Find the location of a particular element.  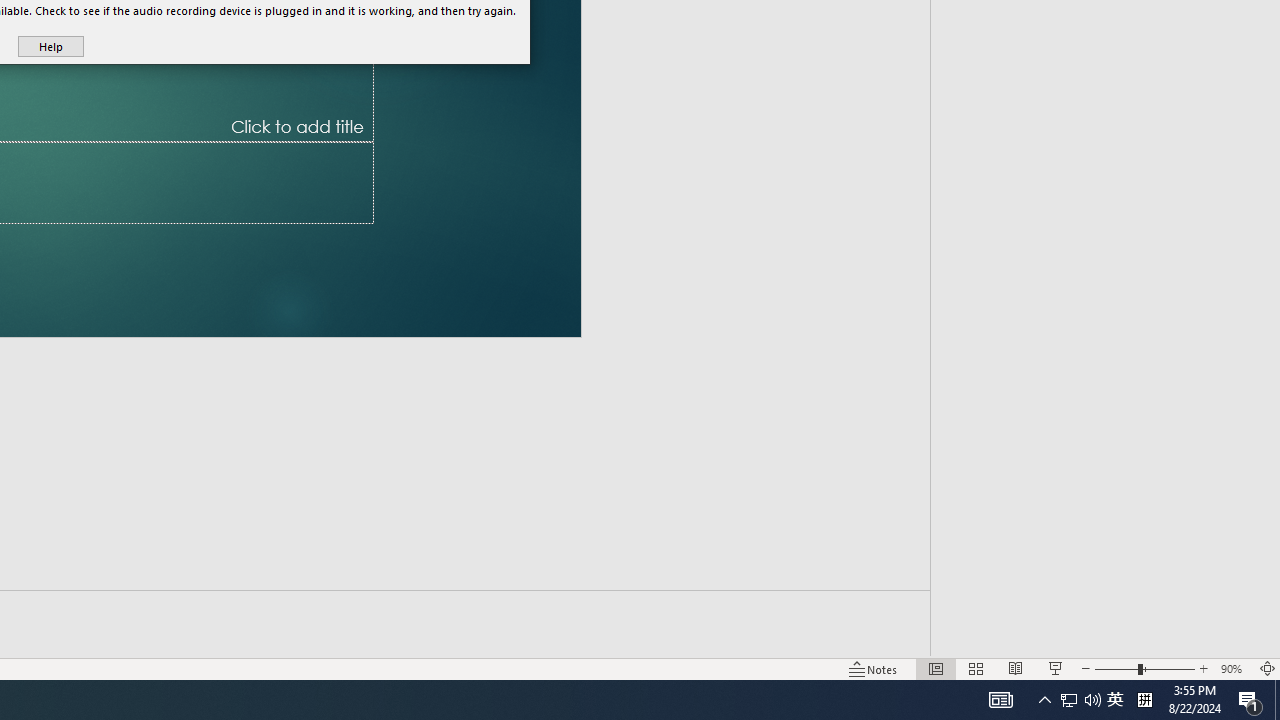

'Action Center, 1 new notification' is located at coordinates (1250, 698).